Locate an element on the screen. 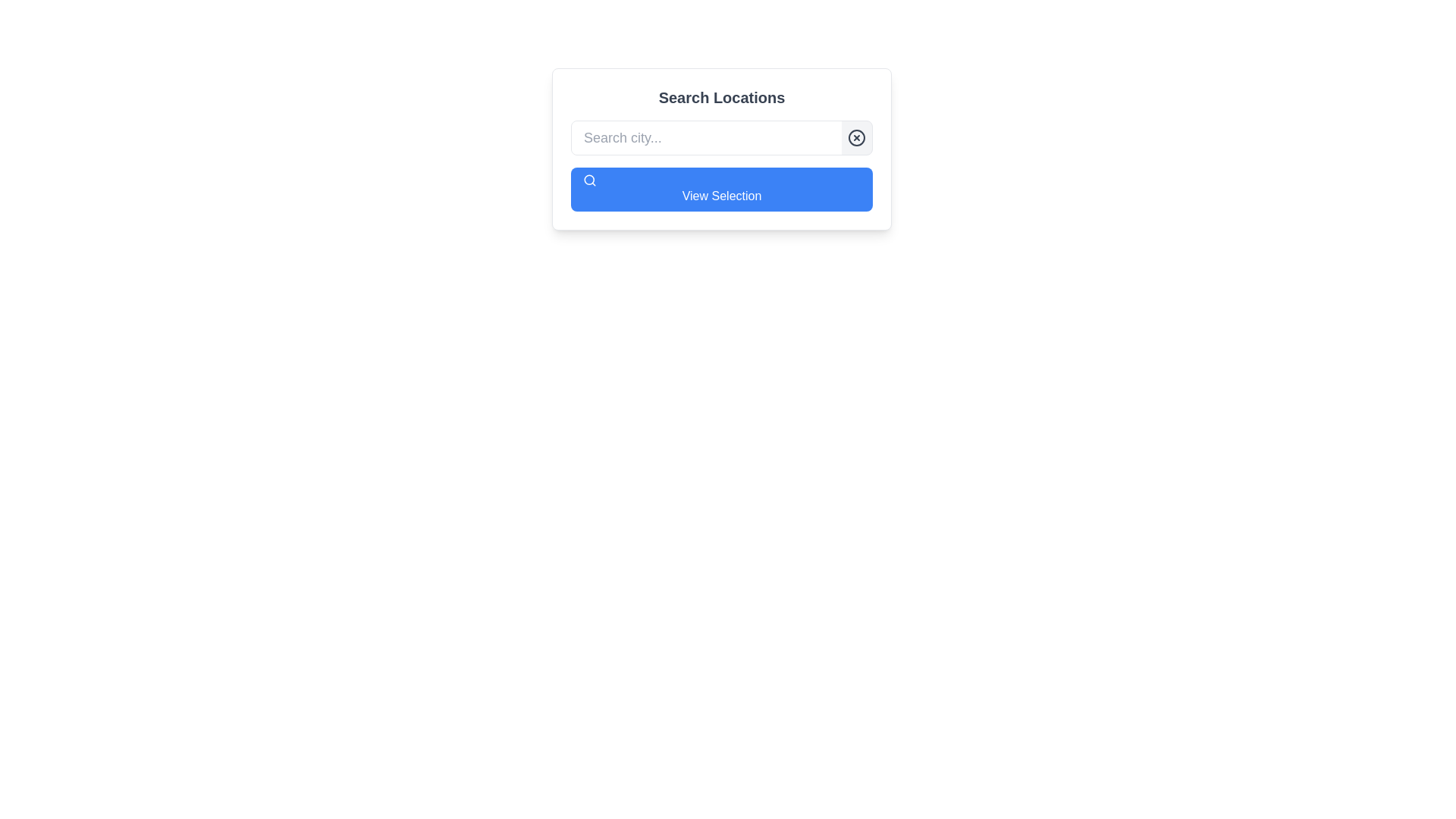  the central circular icon with a cross inside, located to the right of the 'Search city...' input field and above the 'View Selection' blue button is located at coordinates (856, 137).